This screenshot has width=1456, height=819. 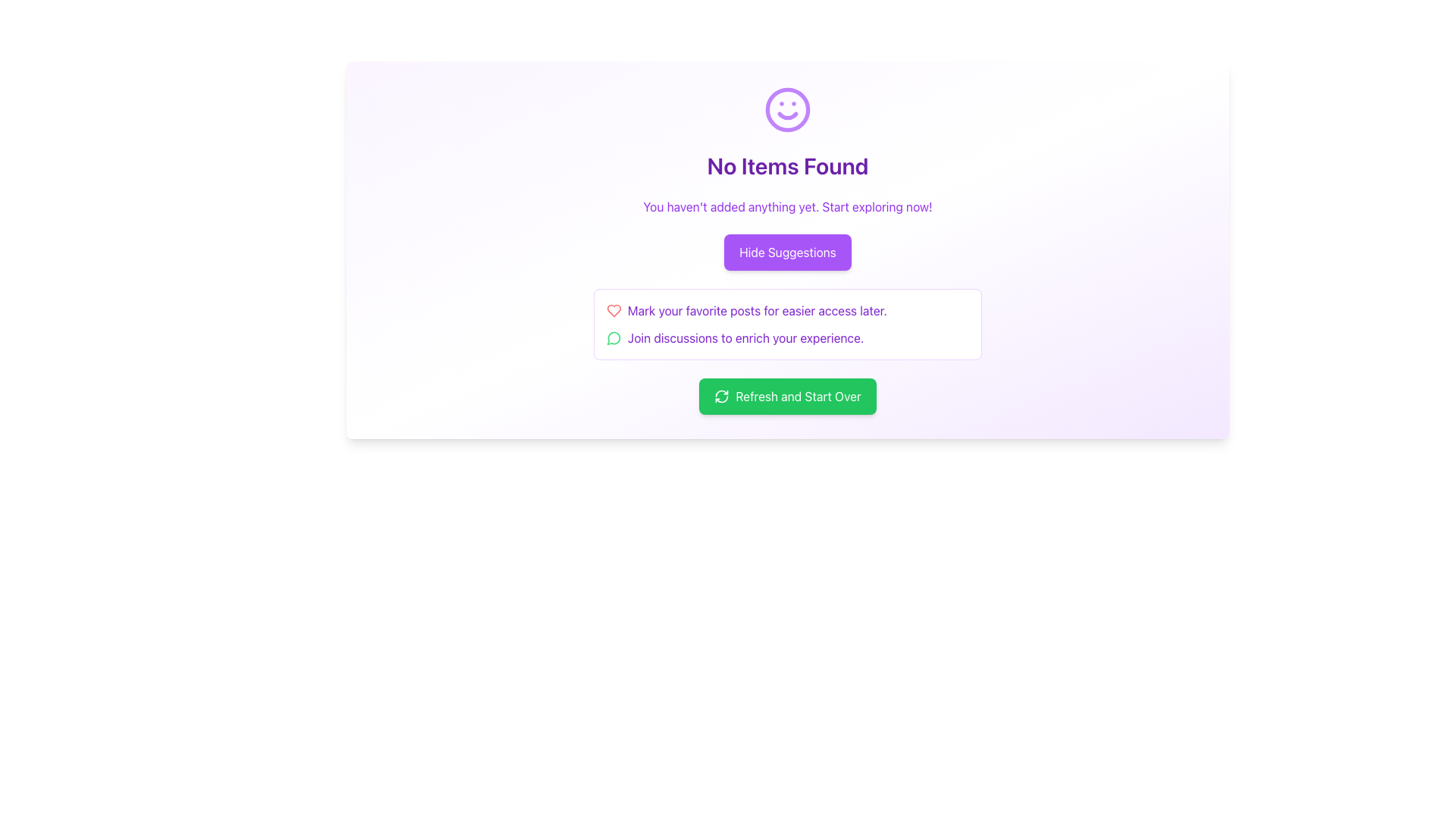 I want to click on the green rectangular button labeled 'Refresh and Start Over' with a circular arrow icon, so click(x=787, y=396).